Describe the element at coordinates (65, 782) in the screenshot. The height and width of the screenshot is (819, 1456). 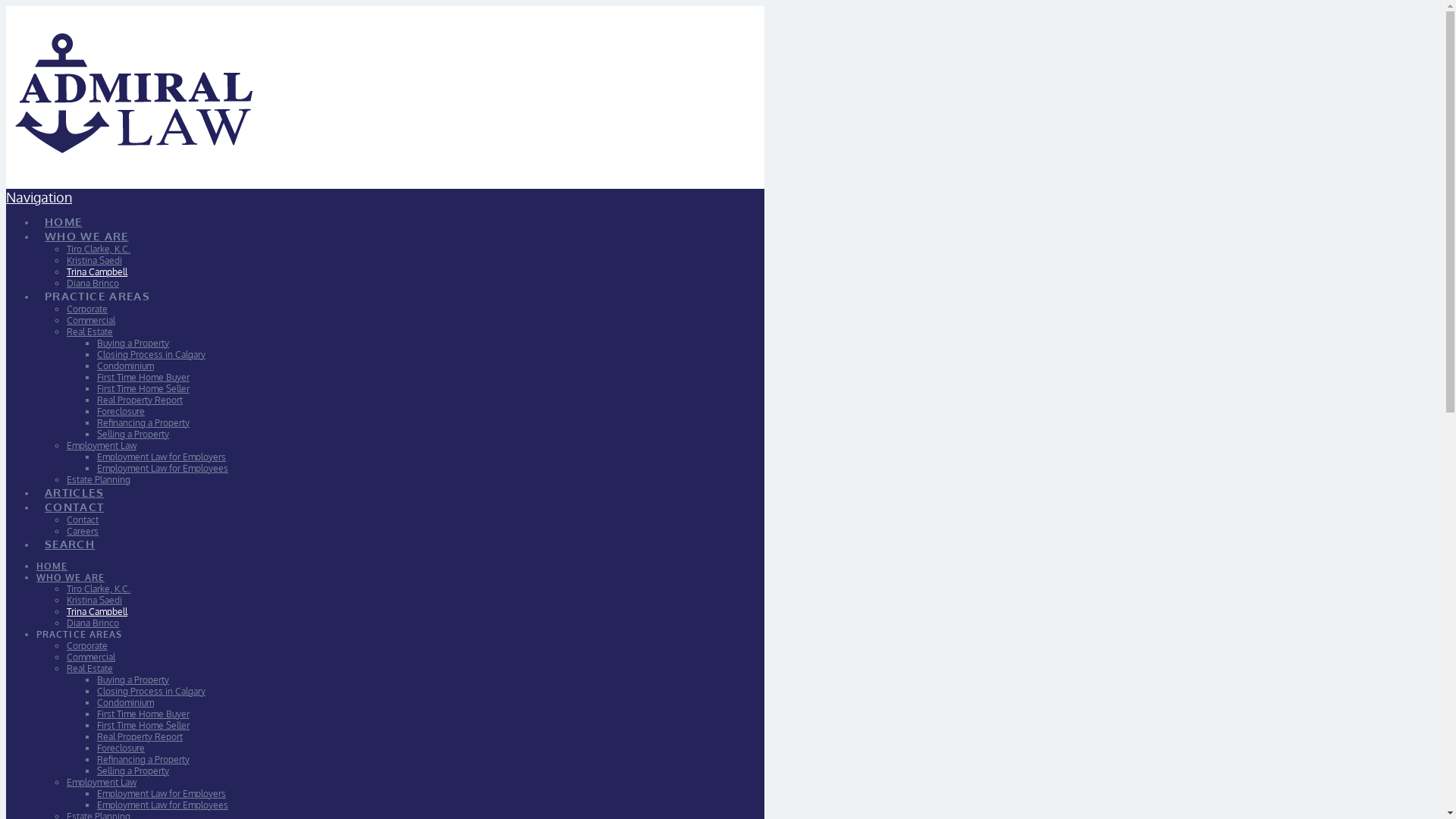
I see `'Employment Law'` at that location.